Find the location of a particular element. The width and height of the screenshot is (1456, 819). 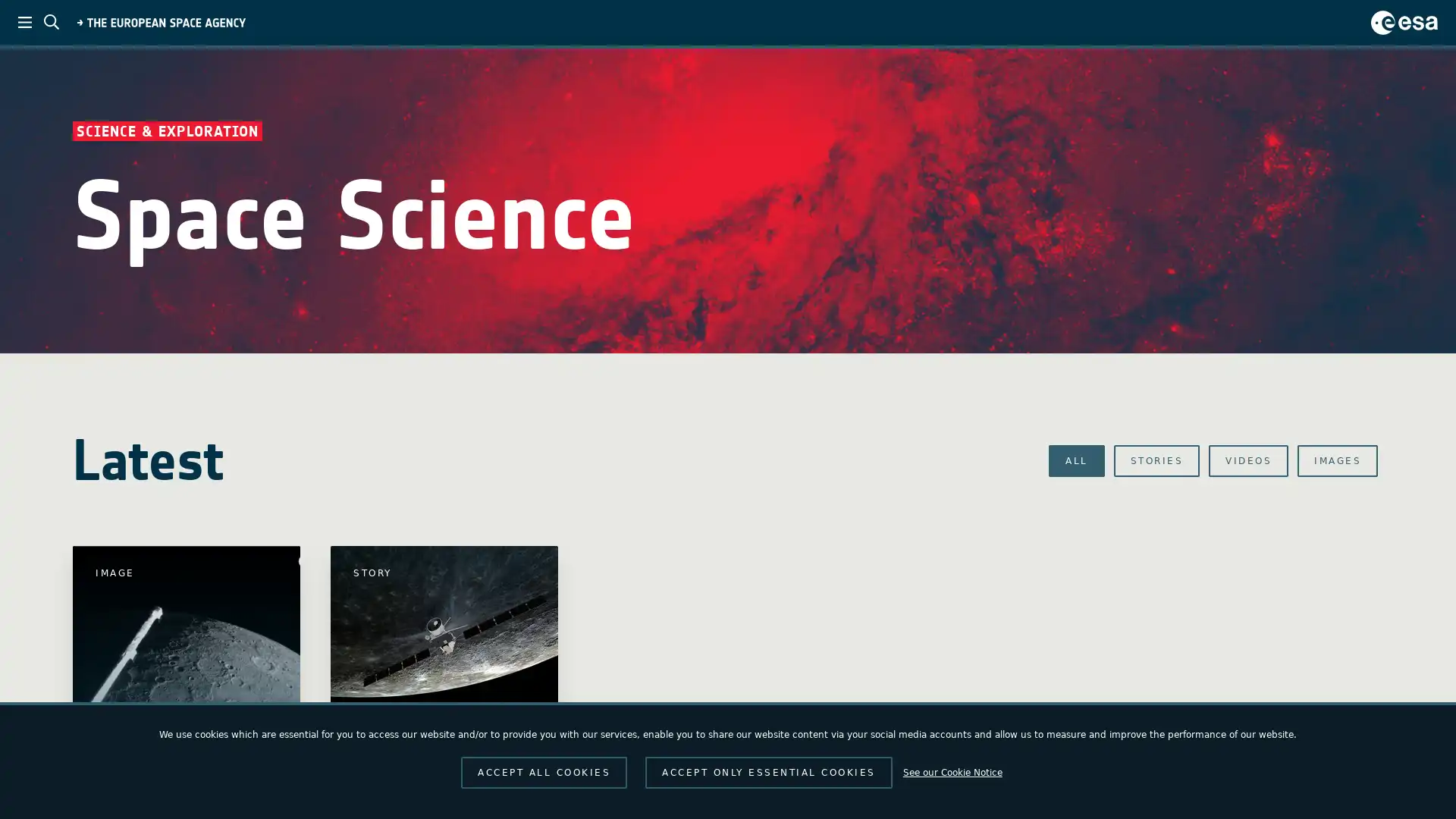

ESA menu toggle is located at coordinates (25, 23).